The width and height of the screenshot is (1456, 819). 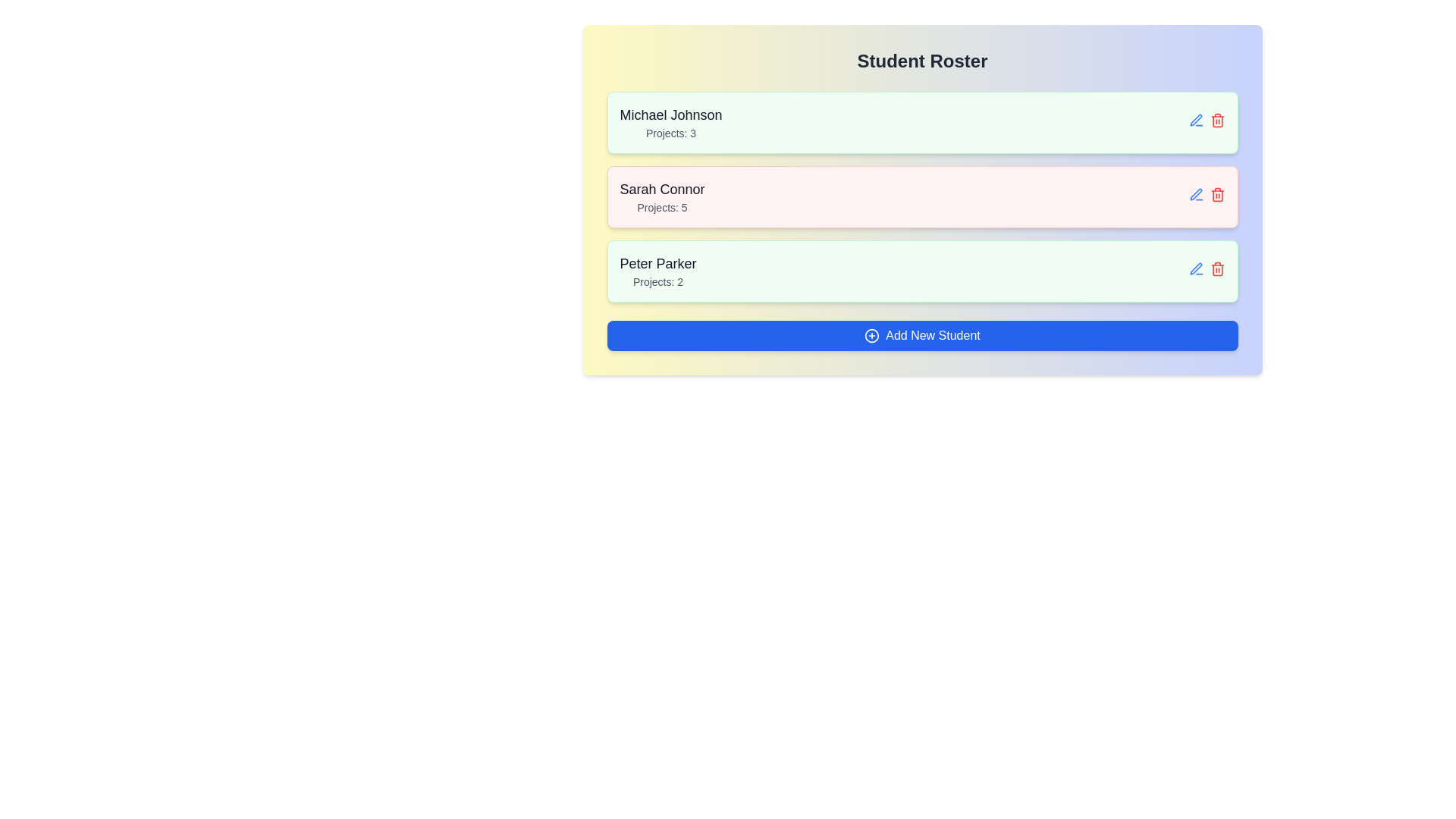 What do you see at coordinates (1195, 193) in the screenshot?
I see `the edit button for Sarah Connor` at bounding box center [1195, 193].